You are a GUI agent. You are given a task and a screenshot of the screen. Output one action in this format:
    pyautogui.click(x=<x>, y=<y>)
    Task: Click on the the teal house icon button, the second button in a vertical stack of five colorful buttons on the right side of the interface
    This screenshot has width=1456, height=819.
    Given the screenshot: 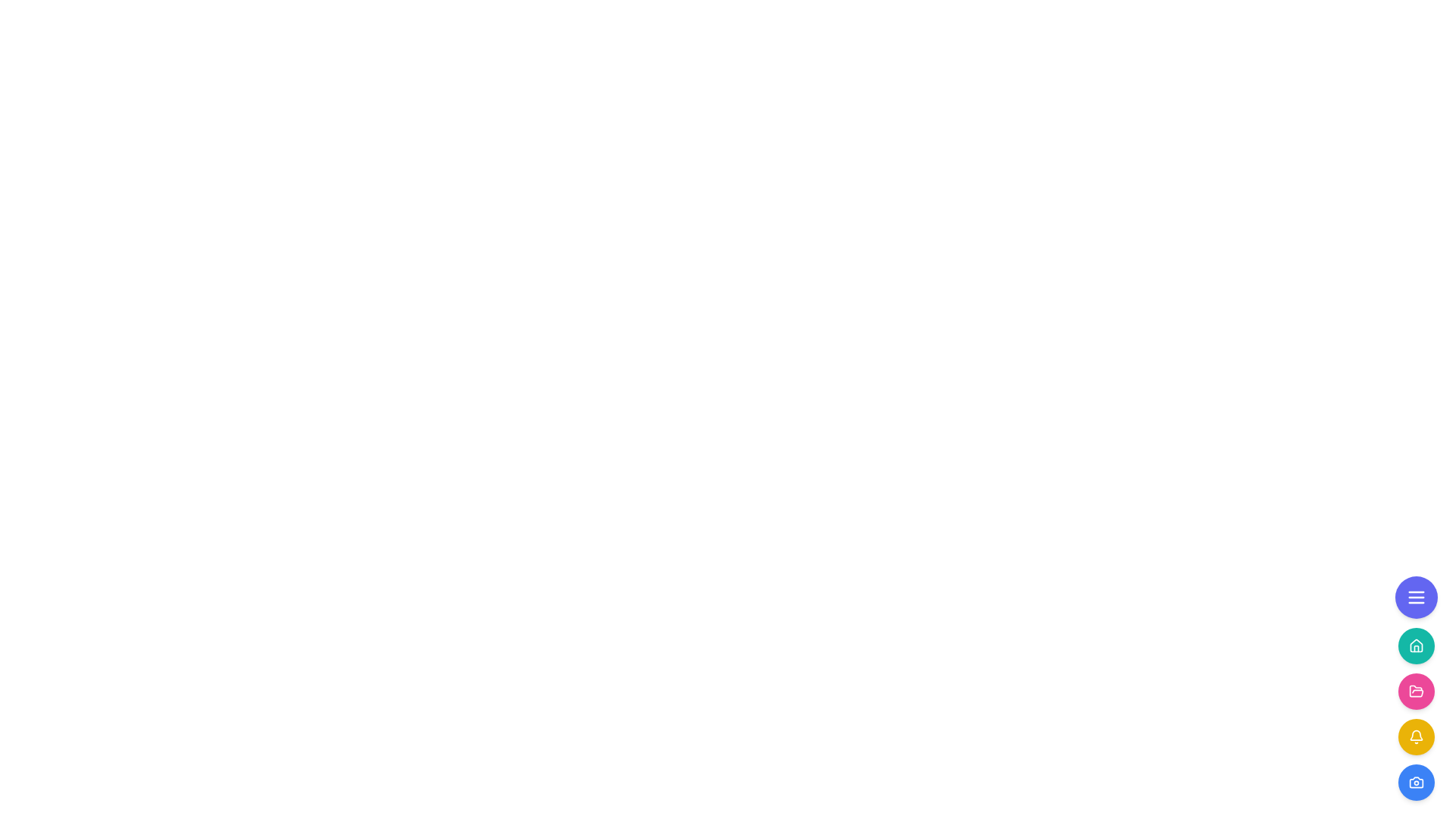 What is the action you would take?
    pyautogui.click(x=1415, y=645)
    